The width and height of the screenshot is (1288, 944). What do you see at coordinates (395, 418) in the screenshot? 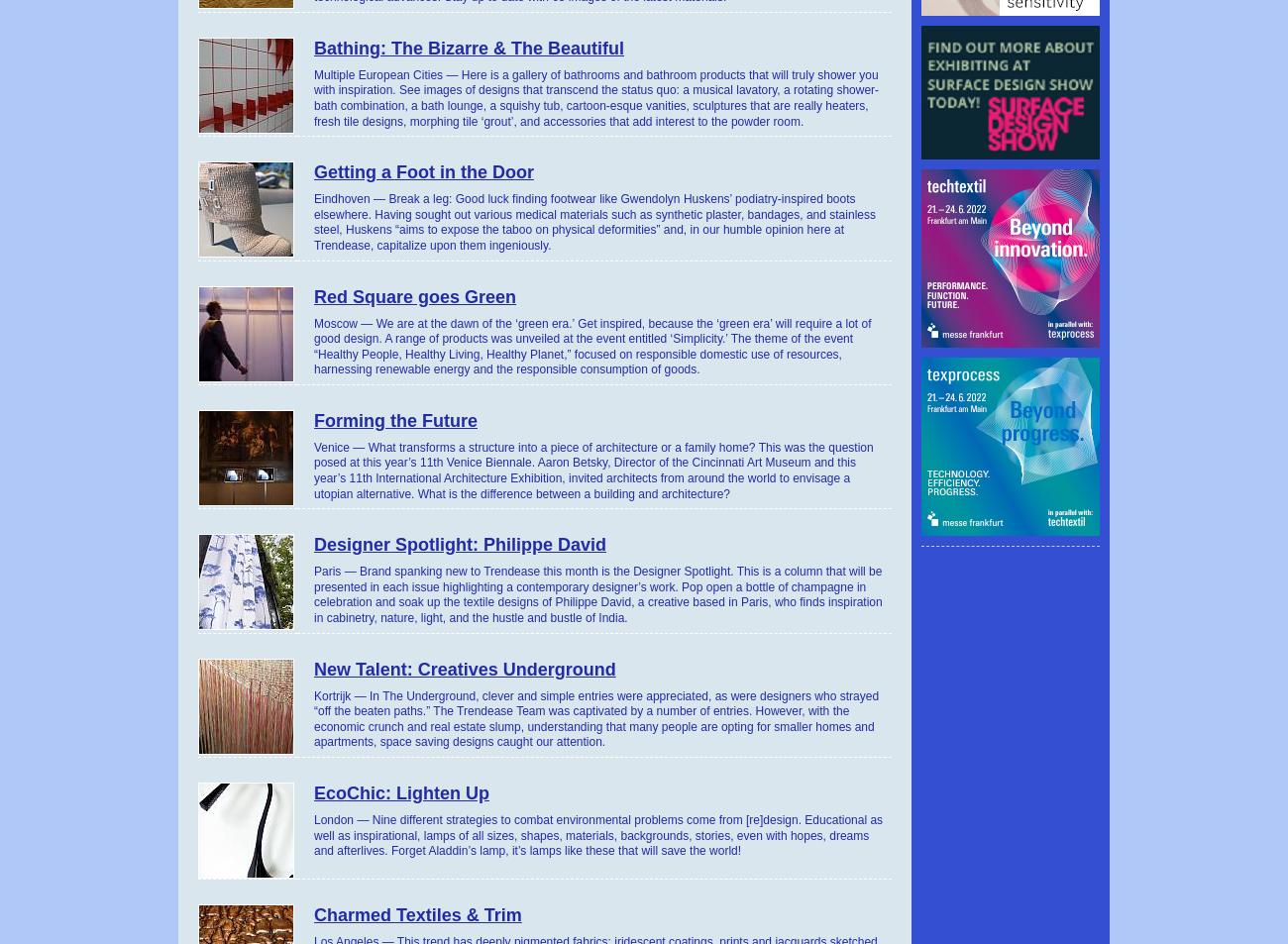
I see `'Forming the Future'` at bounding box center [395, 418].